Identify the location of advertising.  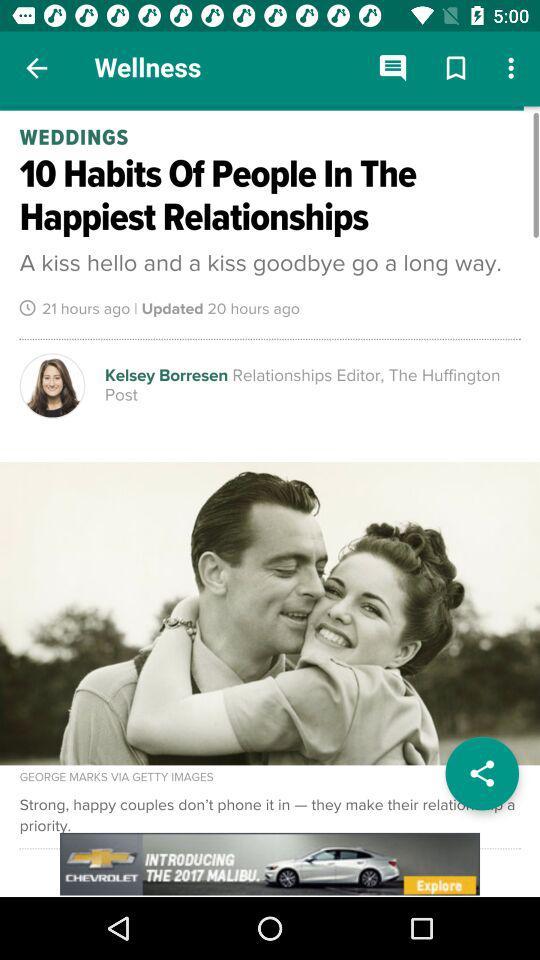
(270, 863).